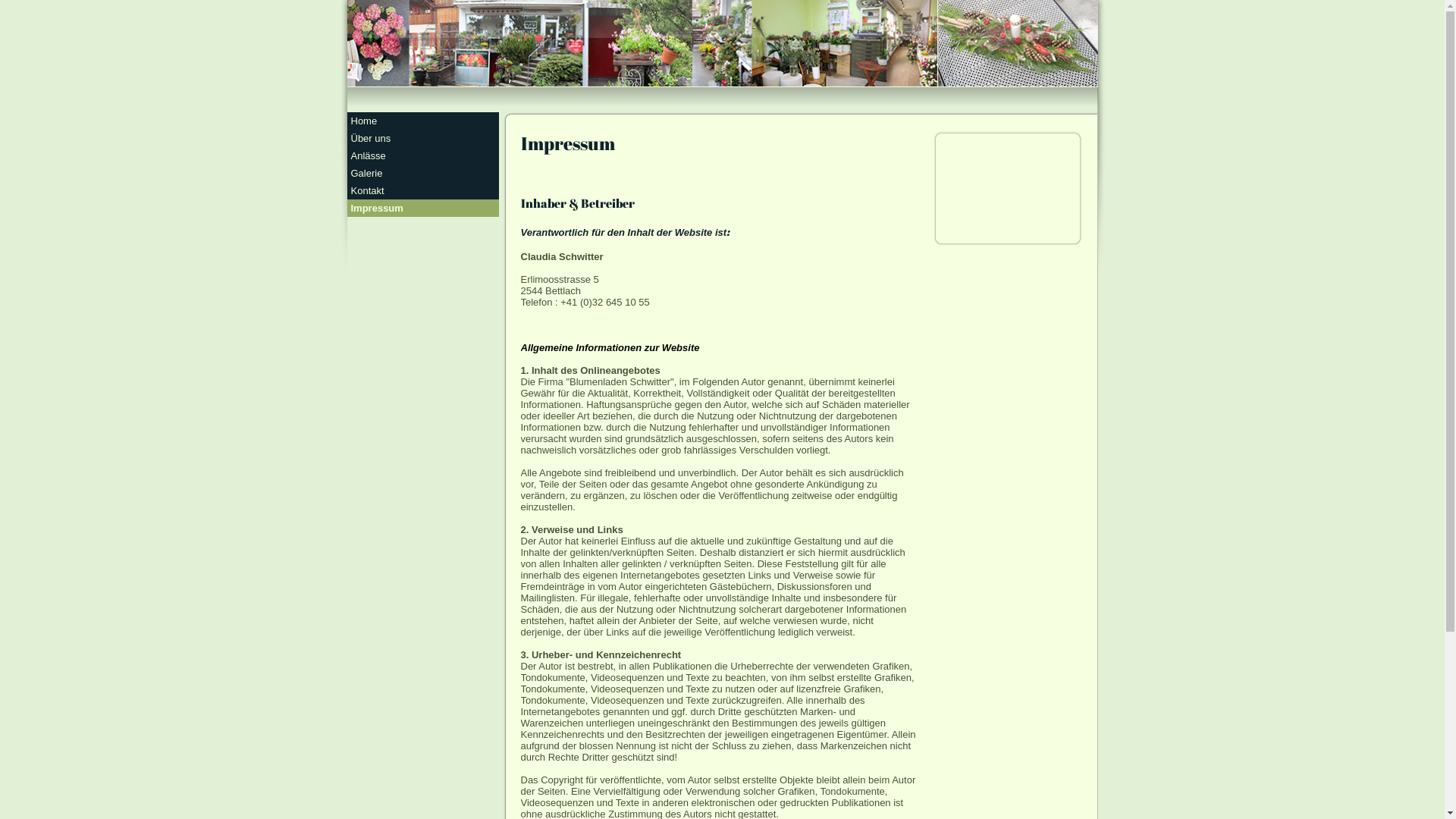  I want to click on 'Kontakt', so click(422, 190).